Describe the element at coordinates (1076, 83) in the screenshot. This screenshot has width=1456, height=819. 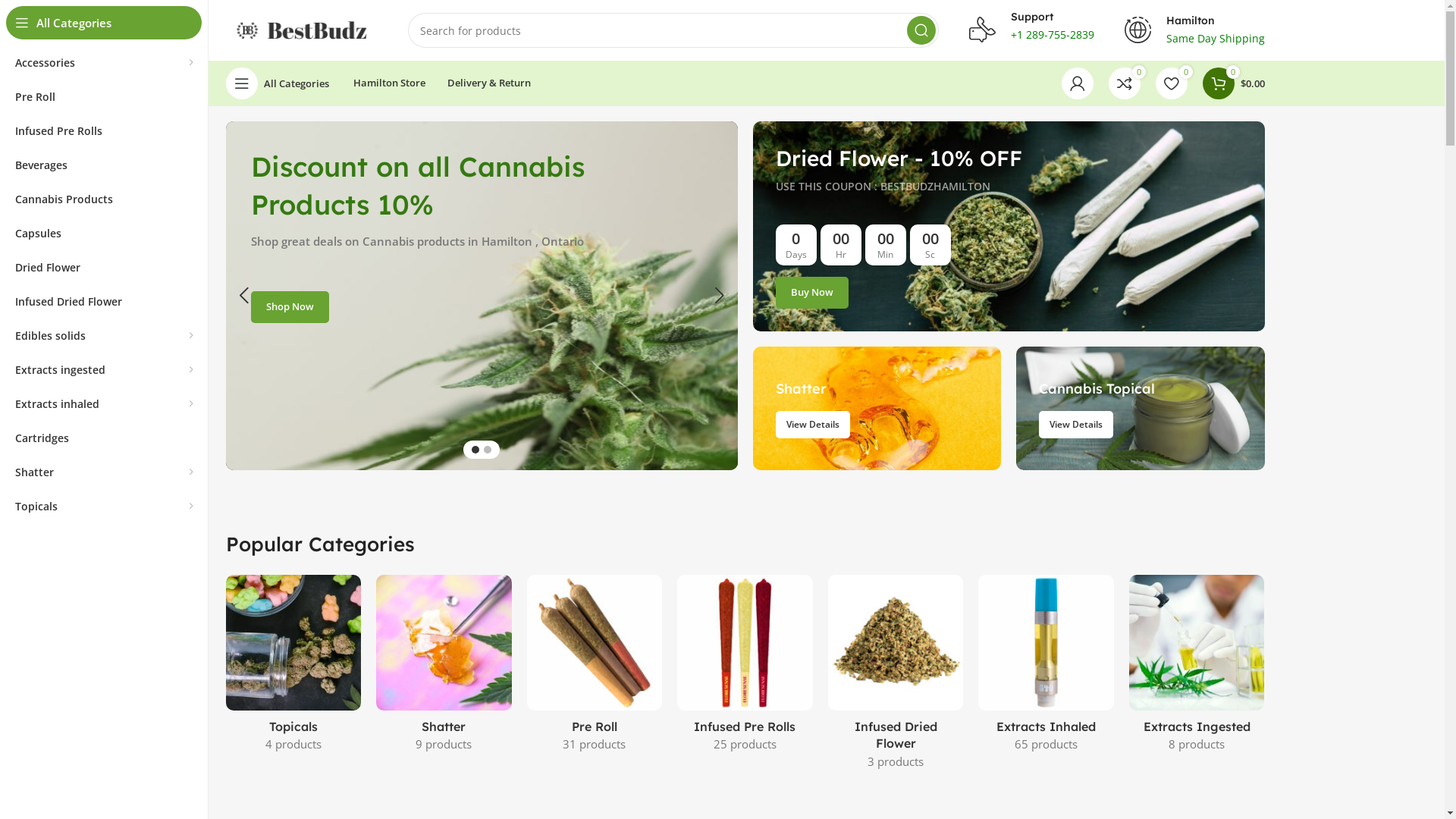
I see `'My account'` at that location.